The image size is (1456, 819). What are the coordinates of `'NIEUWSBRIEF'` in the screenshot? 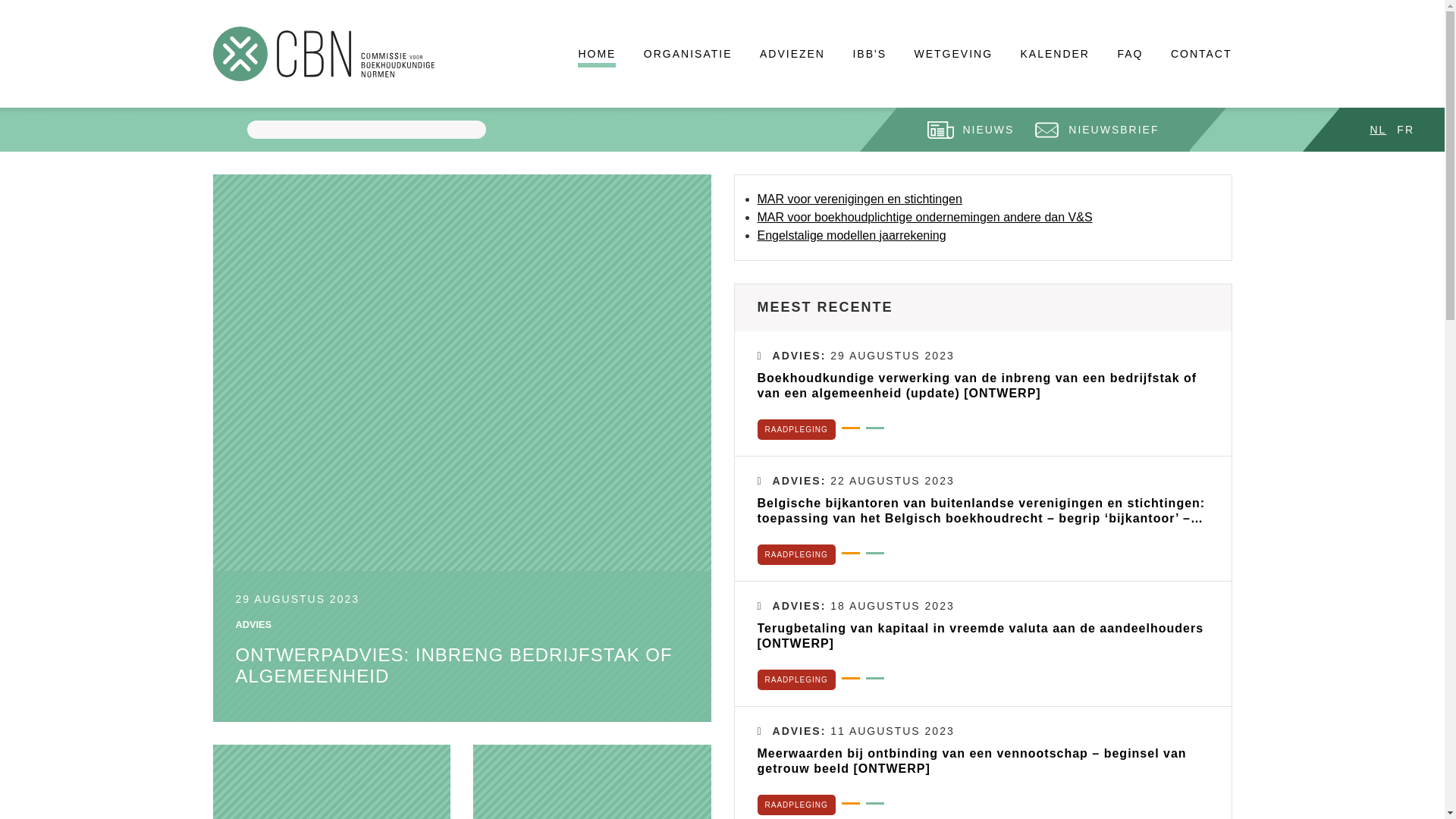 It's located at (1095, 130).